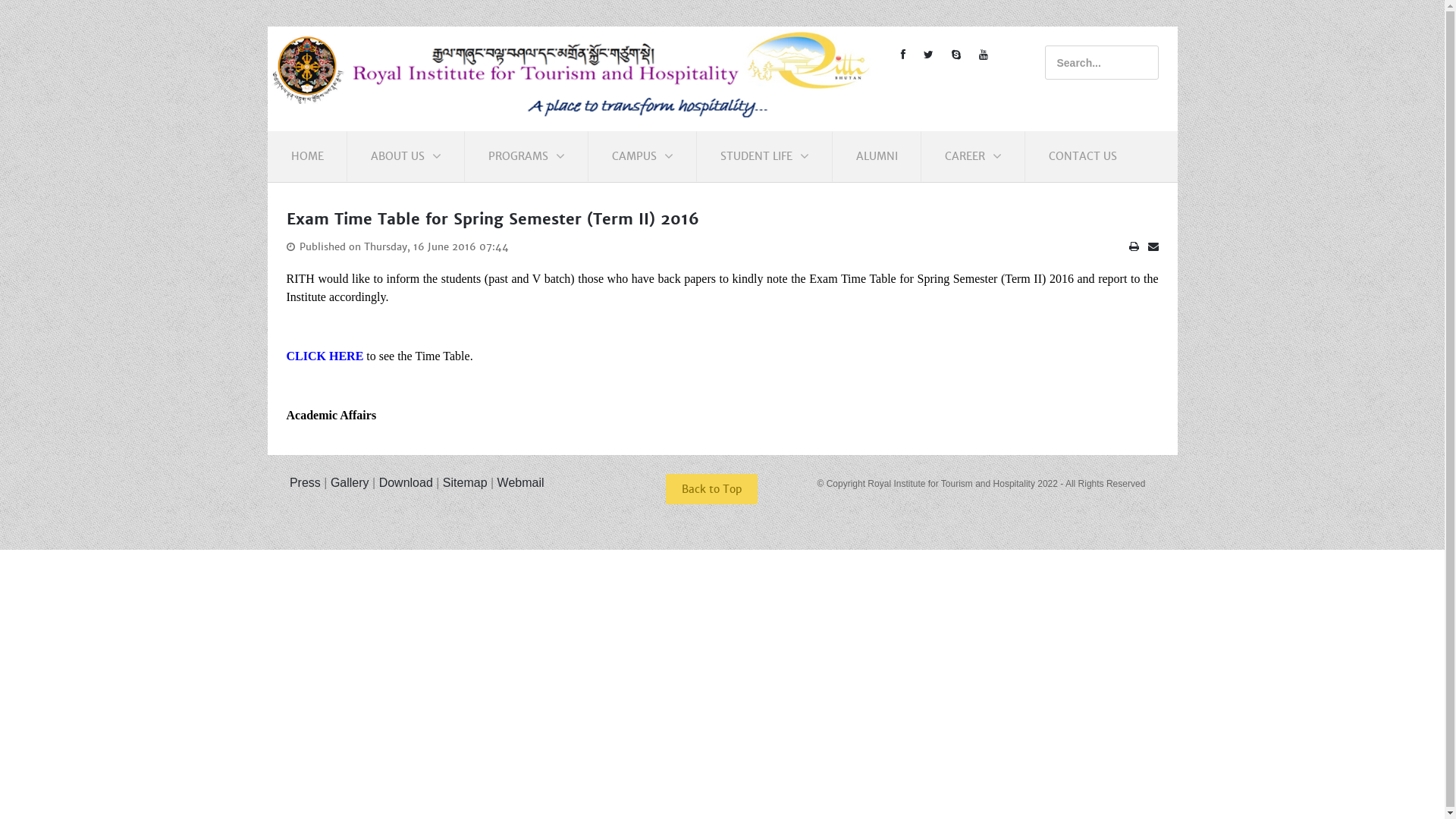 The image size is (1456, 819). What do you see at coordinates (349, 482) in the screenshot?
I see `'Gallery'` at bounding box center [349, 482].